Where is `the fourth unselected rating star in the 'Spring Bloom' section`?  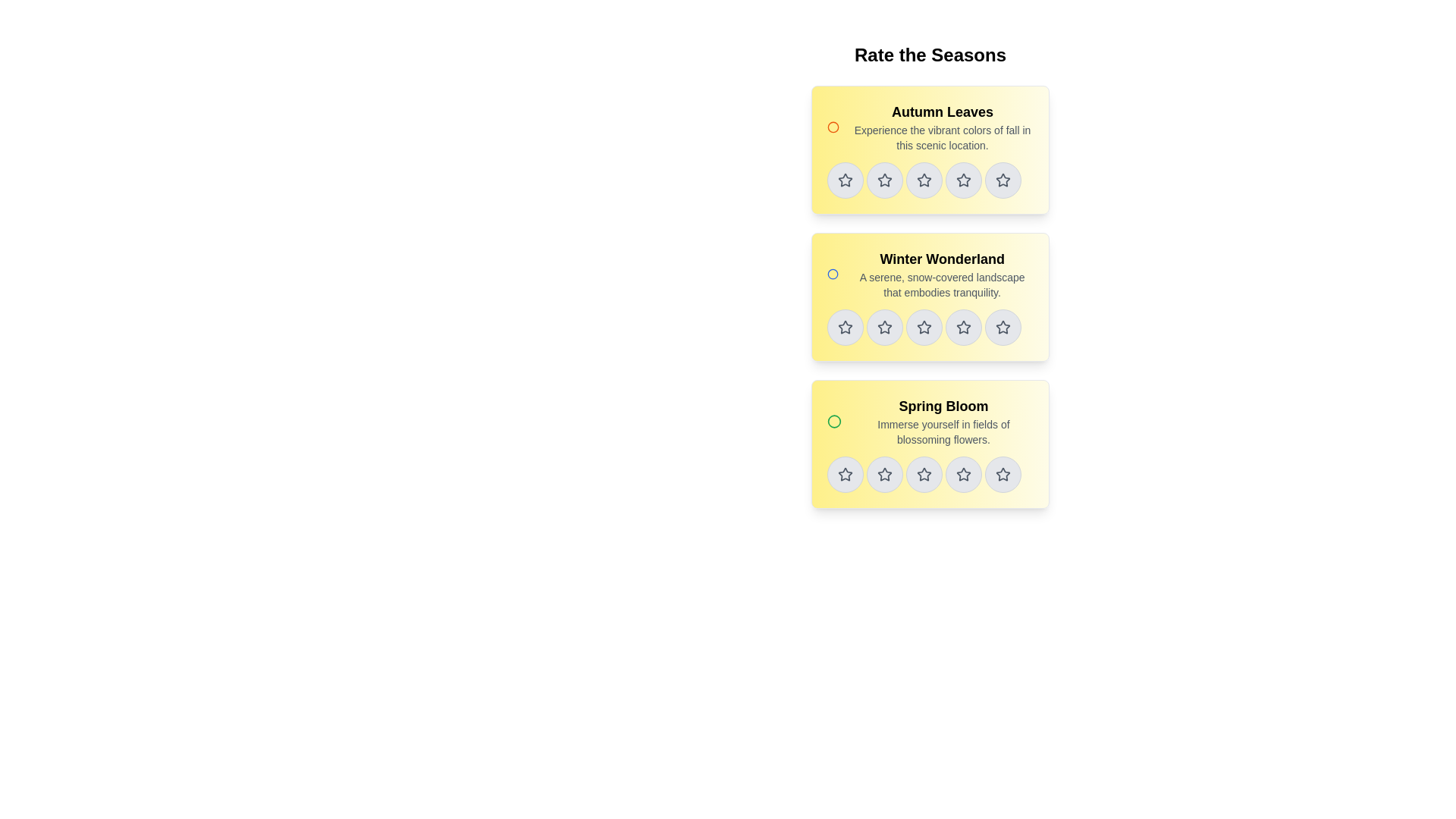
the fourth unselected rating star in the 'Spring Bloom' section is located at coordinates (963, 473).